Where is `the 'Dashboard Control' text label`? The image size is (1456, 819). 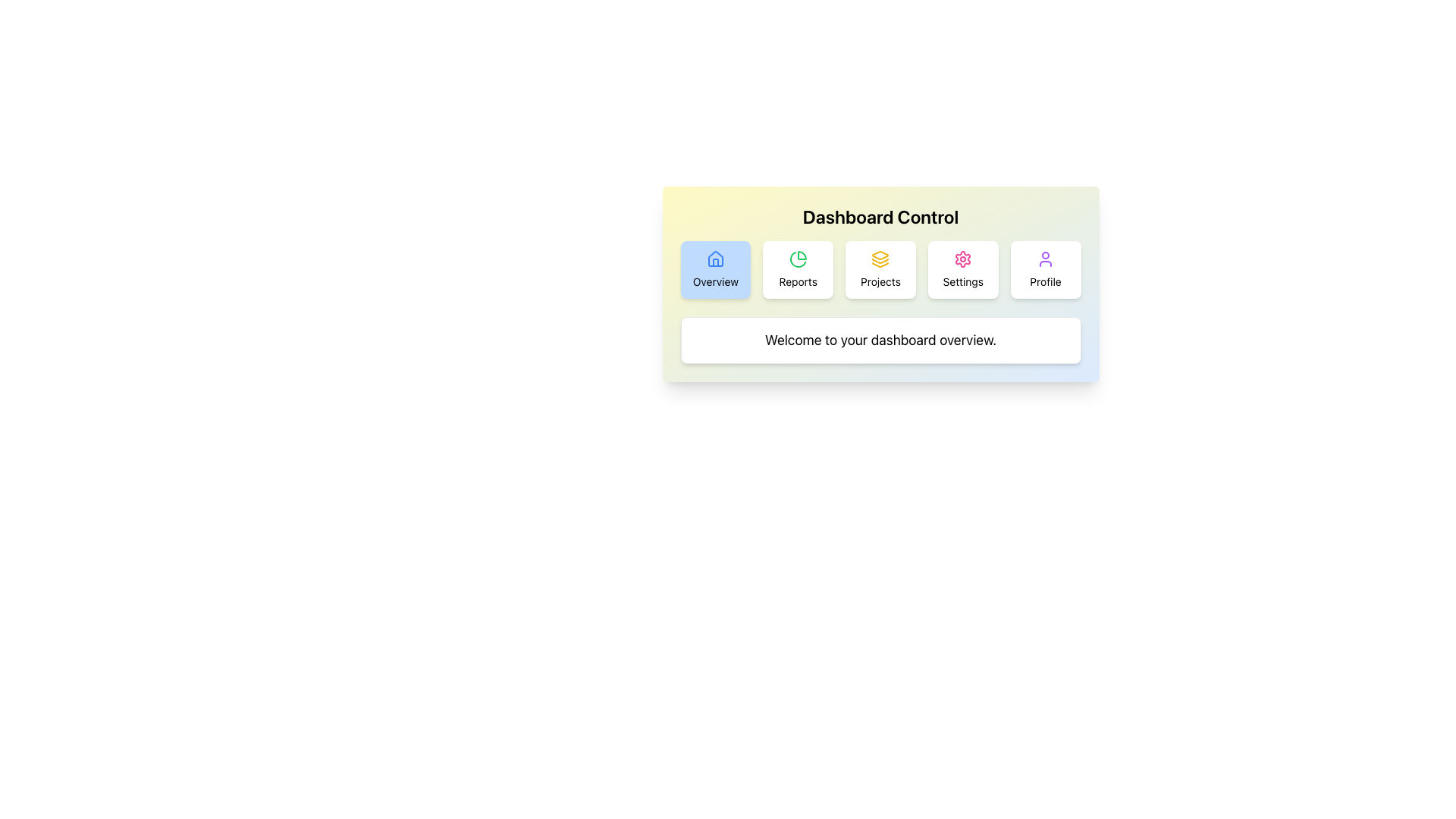 the 'Dashboard Control' text label is located at coordinates (880, 216).